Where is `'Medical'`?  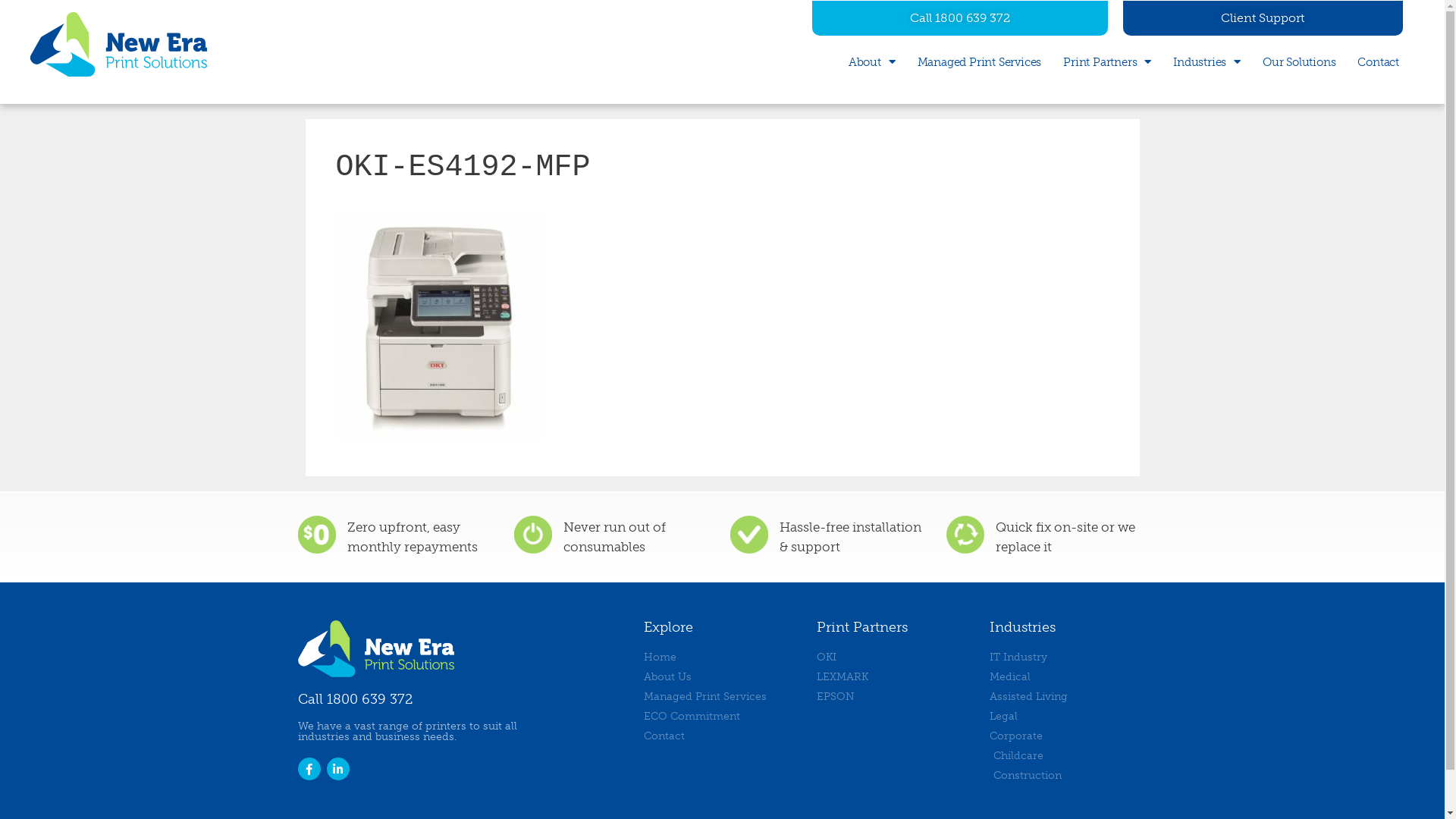 'Medical' is located at coordinates (1066, 676).